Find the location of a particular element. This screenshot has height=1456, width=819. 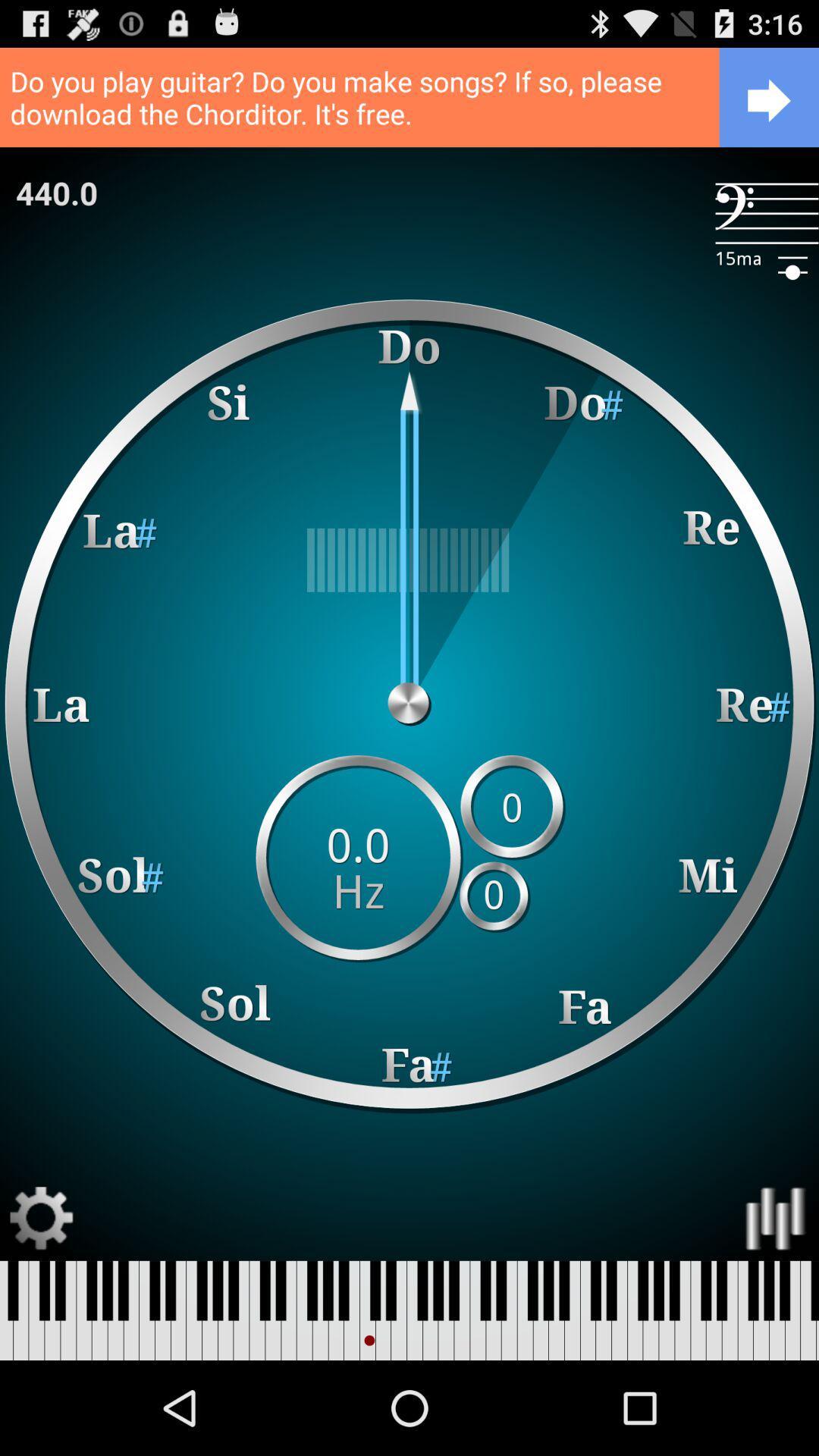

open settings is located at coordinates (41, 1219).